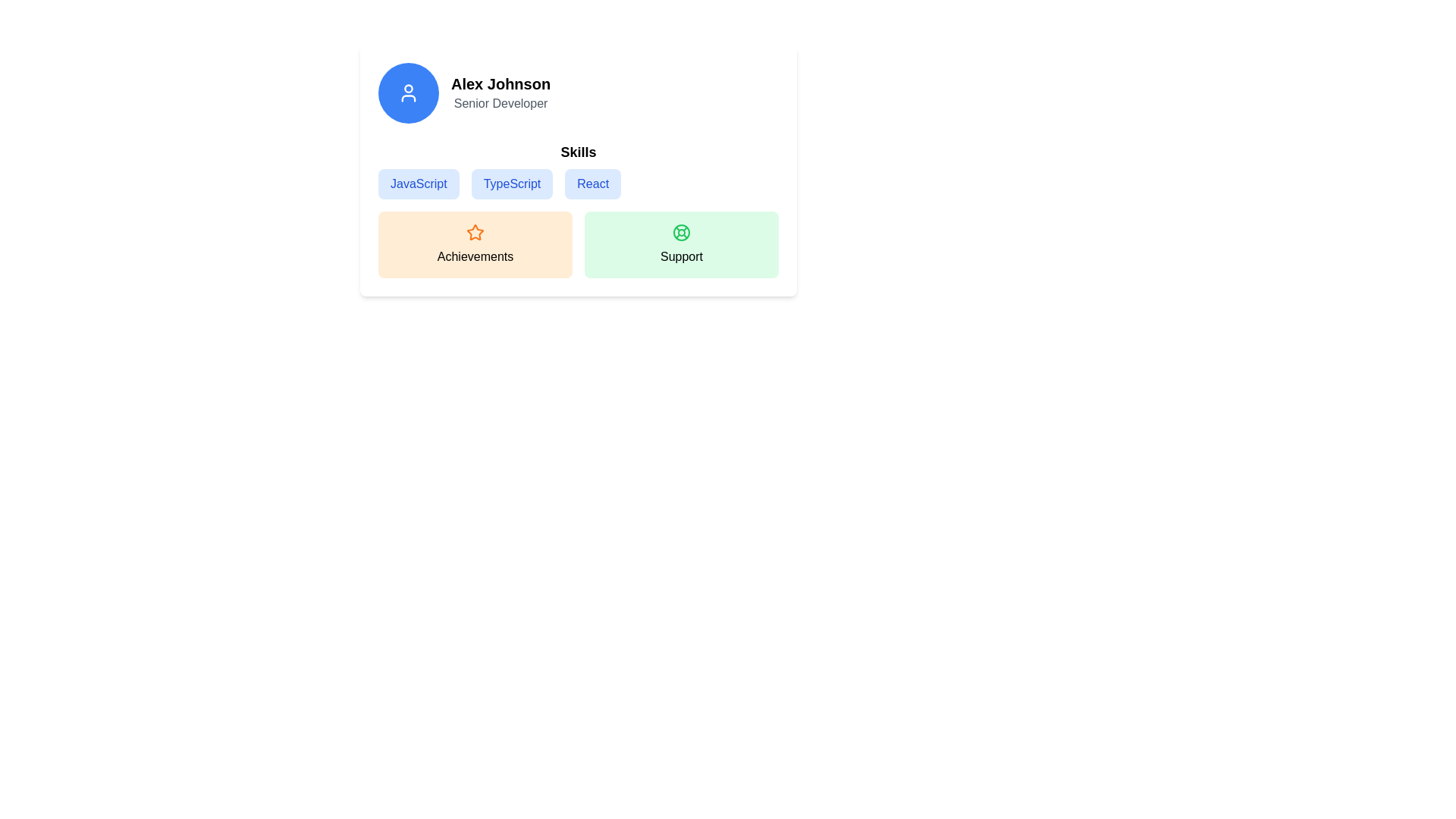 The width and height of the screenshot is (1456, 819). I want to click on the text display element containing the title 'Alex Johnson' and the subtitle 'Senior Developer', which is positioned centrally in the upper segment of the layout, adjacent to the left avatar icon, so click(500, 93).